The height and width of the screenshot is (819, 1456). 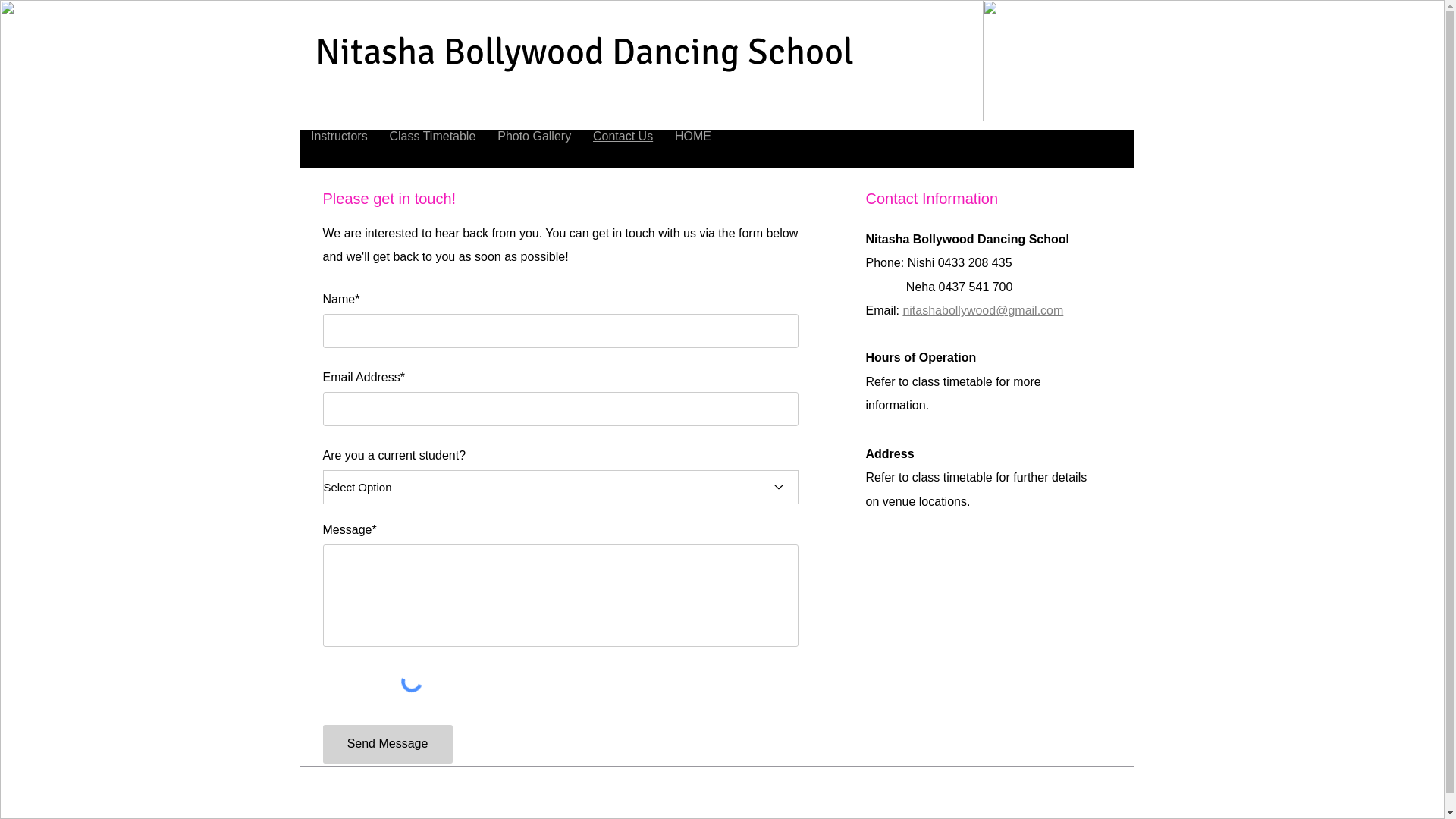 I want to click on 'Send Message', so click(x=388, y=743).